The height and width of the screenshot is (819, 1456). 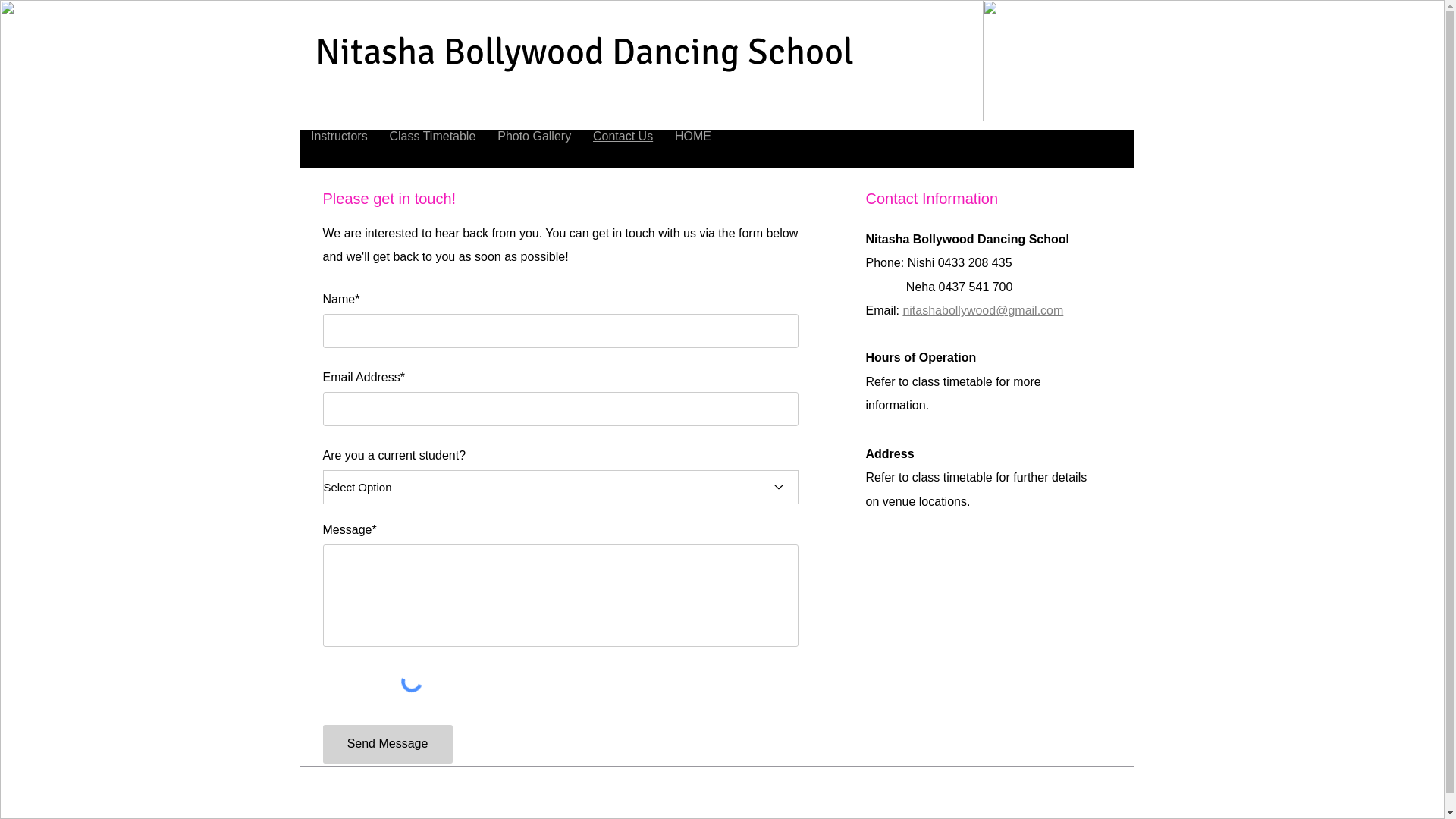 I want to click on 'Send Message', so click(x=388, y=743).